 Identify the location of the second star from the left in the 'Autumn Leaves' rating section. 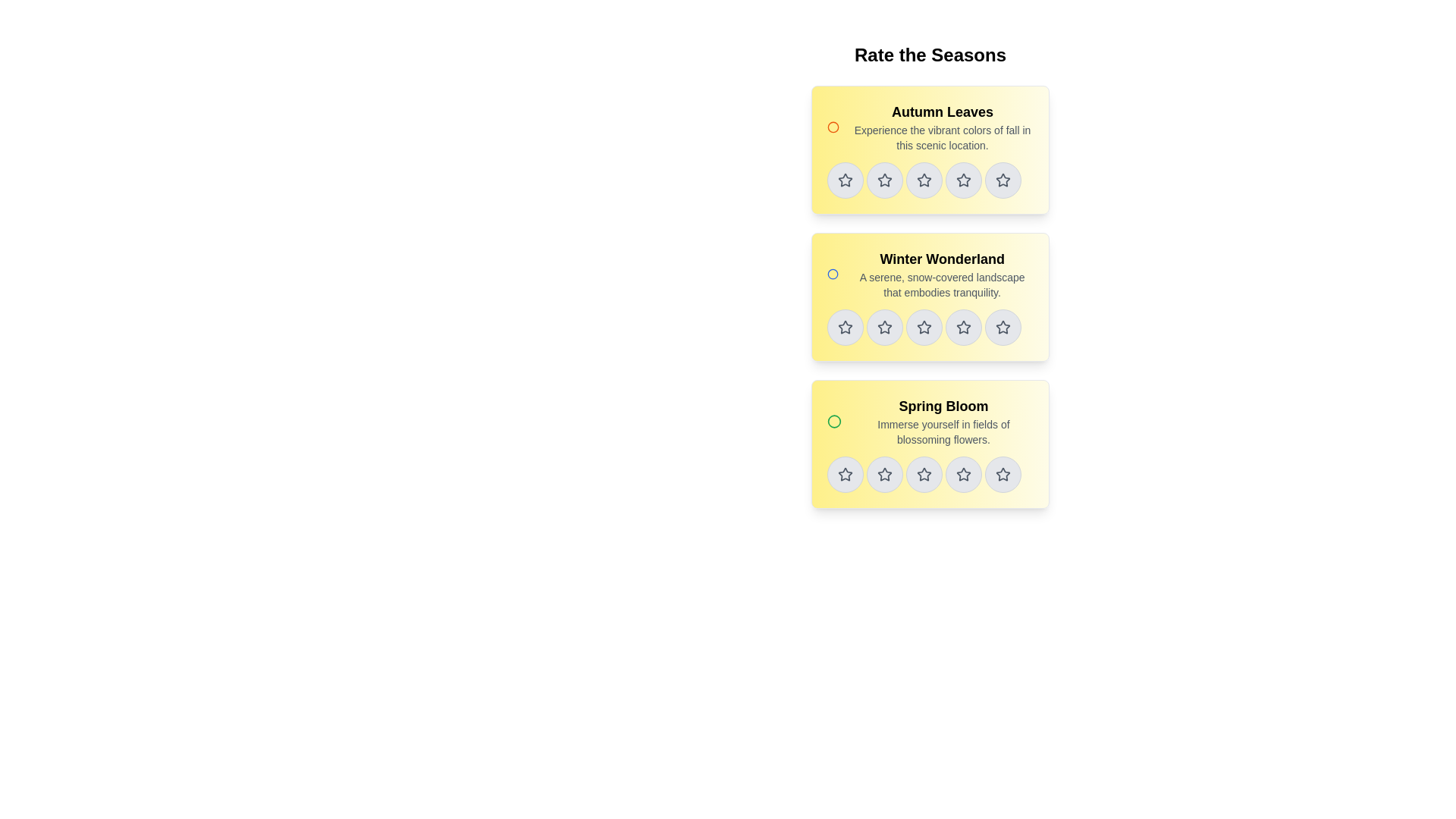
(924, 179).